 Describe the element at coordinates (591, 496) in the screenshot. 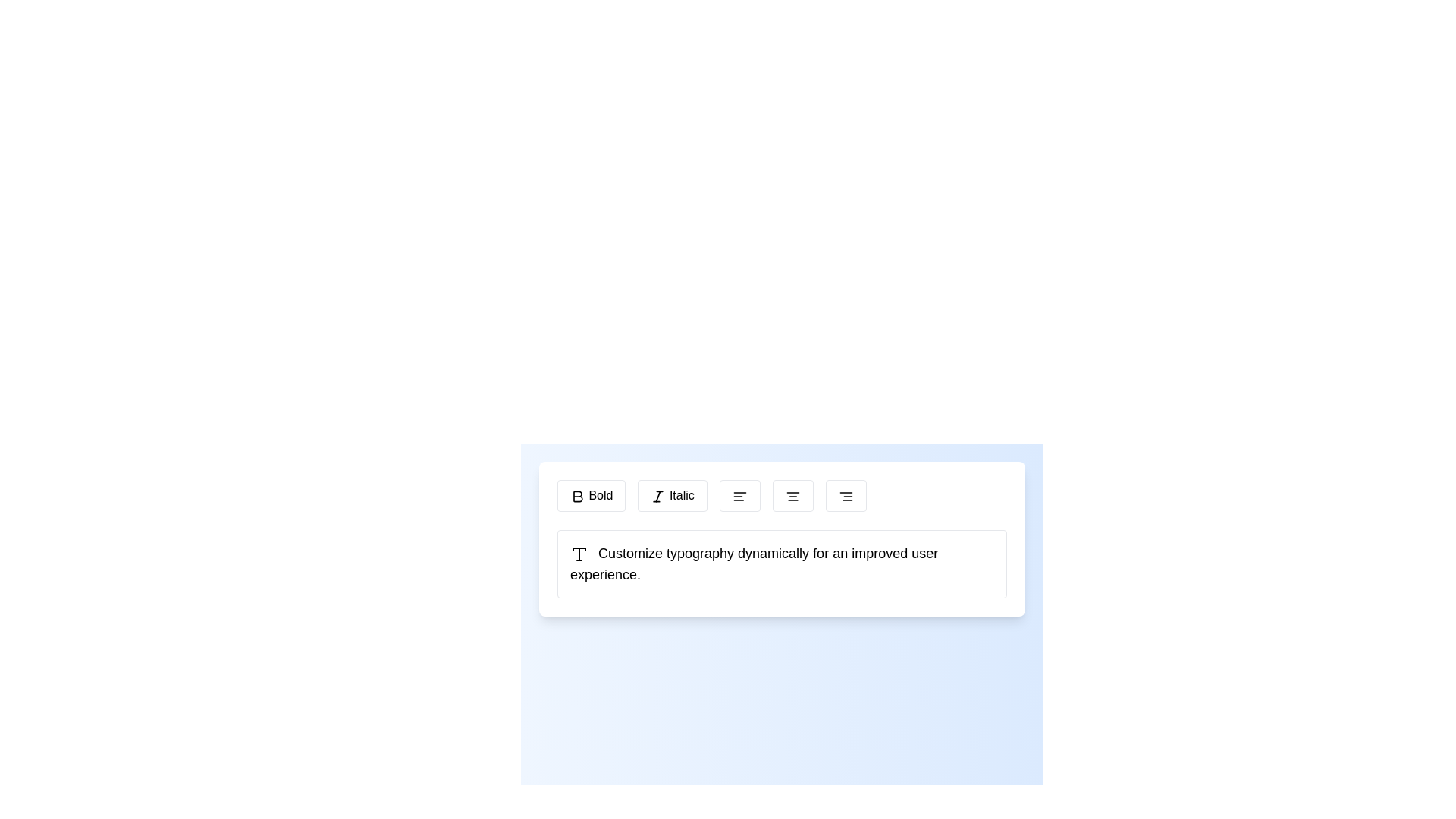

I see `the 'Bold' button, which is a rectangular button with a white background, black border, and rounded corners, containing a bold 'B' icon and the text 'Bold' adjacent to it` at that location.